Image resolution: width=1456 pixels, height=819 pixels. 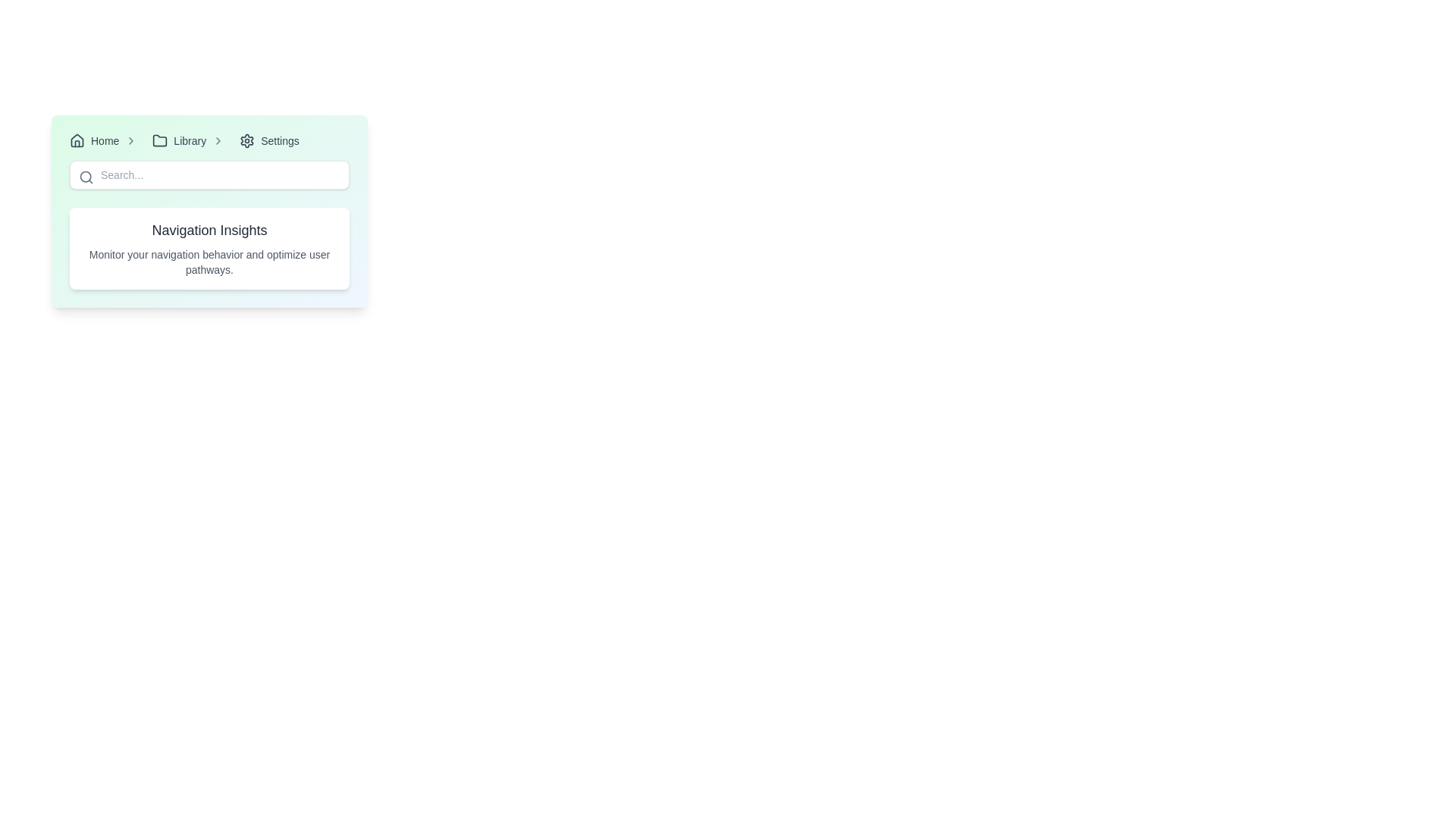 I want to click on the home icon in the navigation bar, which is a simplified geometric representation of a house with a triangular roof and rectangular base, so click(x=76, y=140).